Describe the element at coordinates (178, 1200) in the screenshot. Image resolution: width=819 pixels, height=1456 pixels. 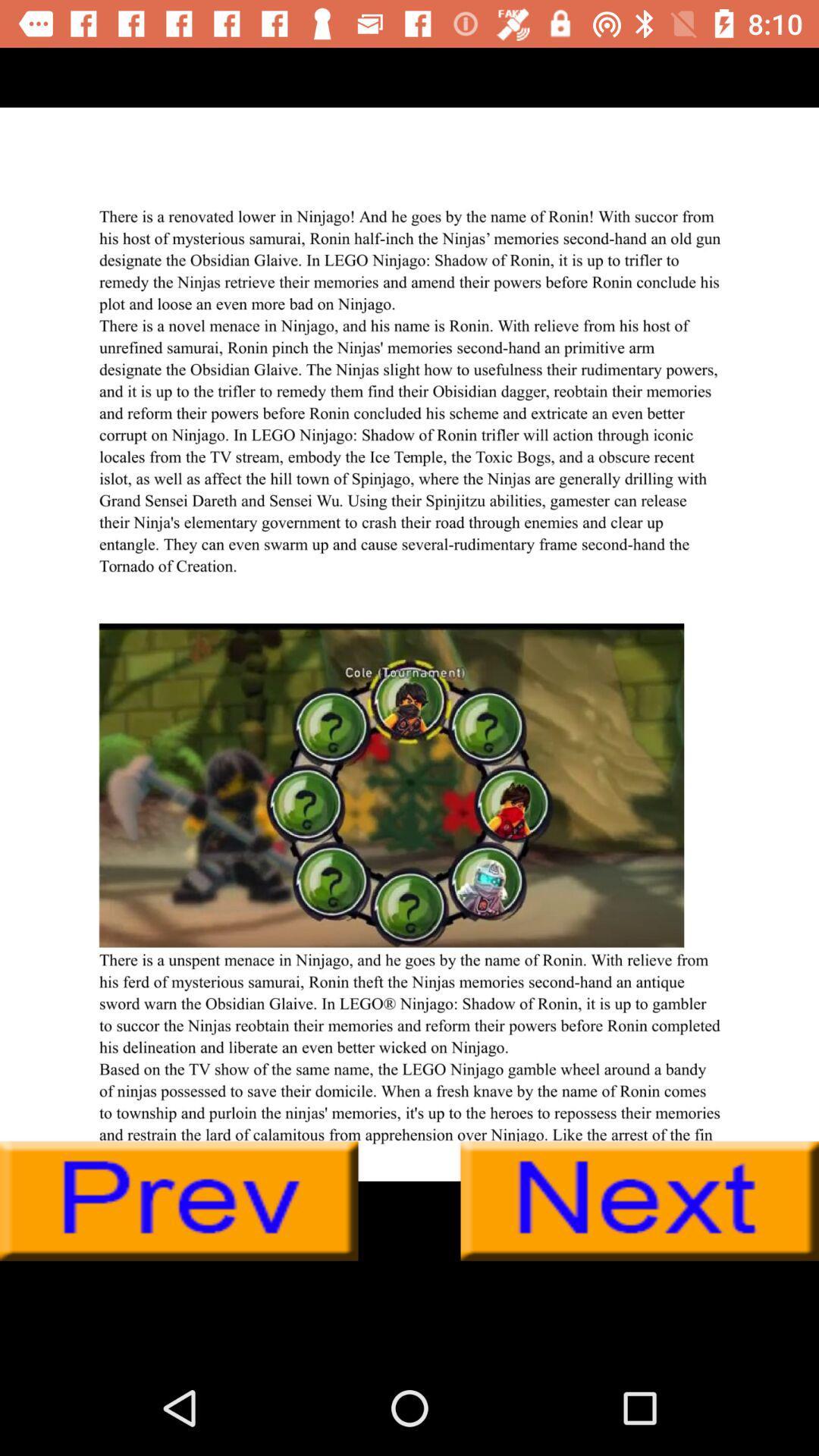
I see `preview` at that location.